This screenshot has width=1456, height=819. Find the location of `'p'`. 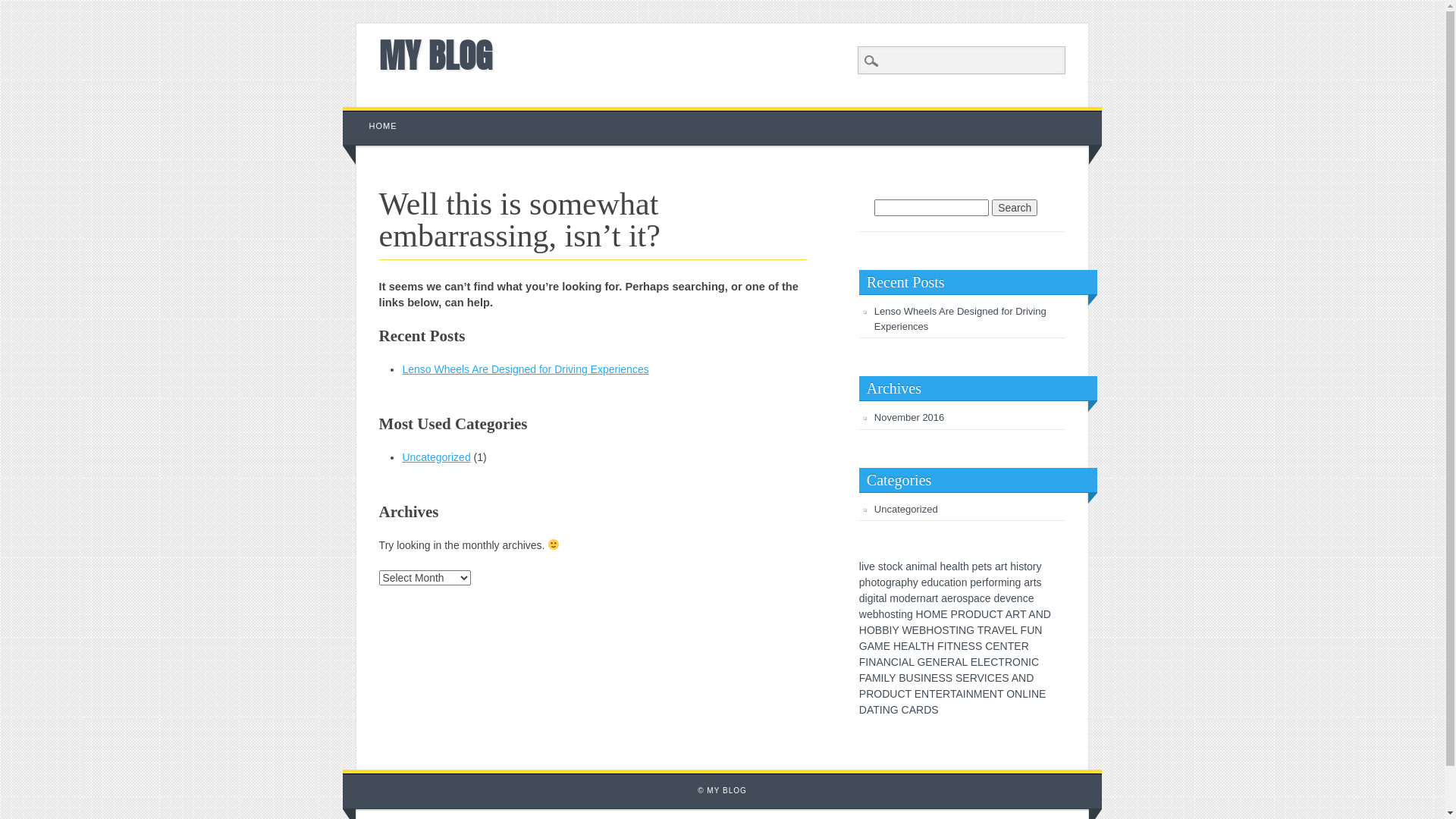

'p' is located at coordinates (858, 581).